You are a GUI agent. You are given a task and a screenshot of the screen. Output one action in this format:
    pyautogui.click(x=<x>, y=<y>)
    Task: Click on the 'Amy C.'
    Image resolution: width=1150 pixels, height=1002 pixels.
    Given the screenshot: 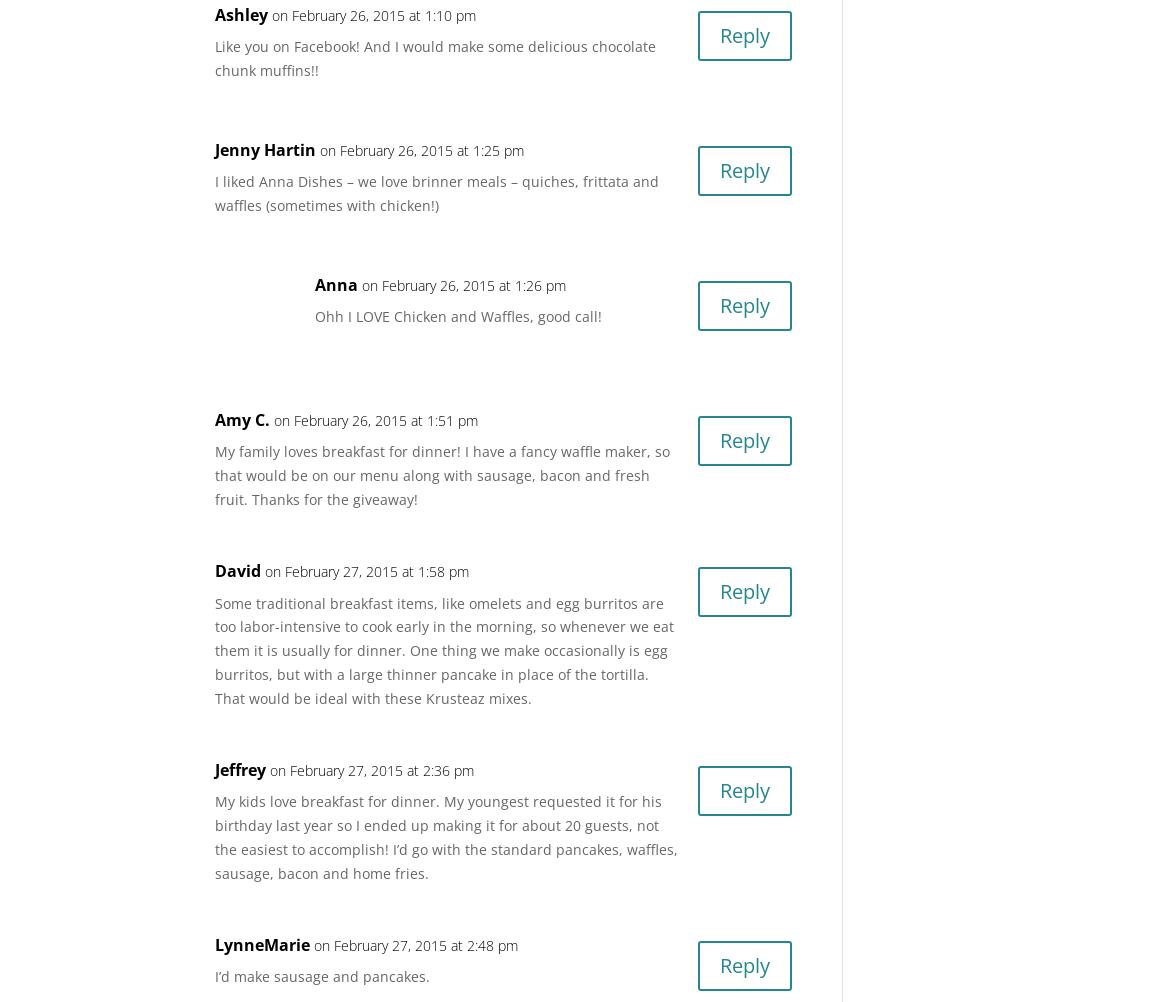 What is the action you would take?
    pyautogui.click(x=241, y=418)
    